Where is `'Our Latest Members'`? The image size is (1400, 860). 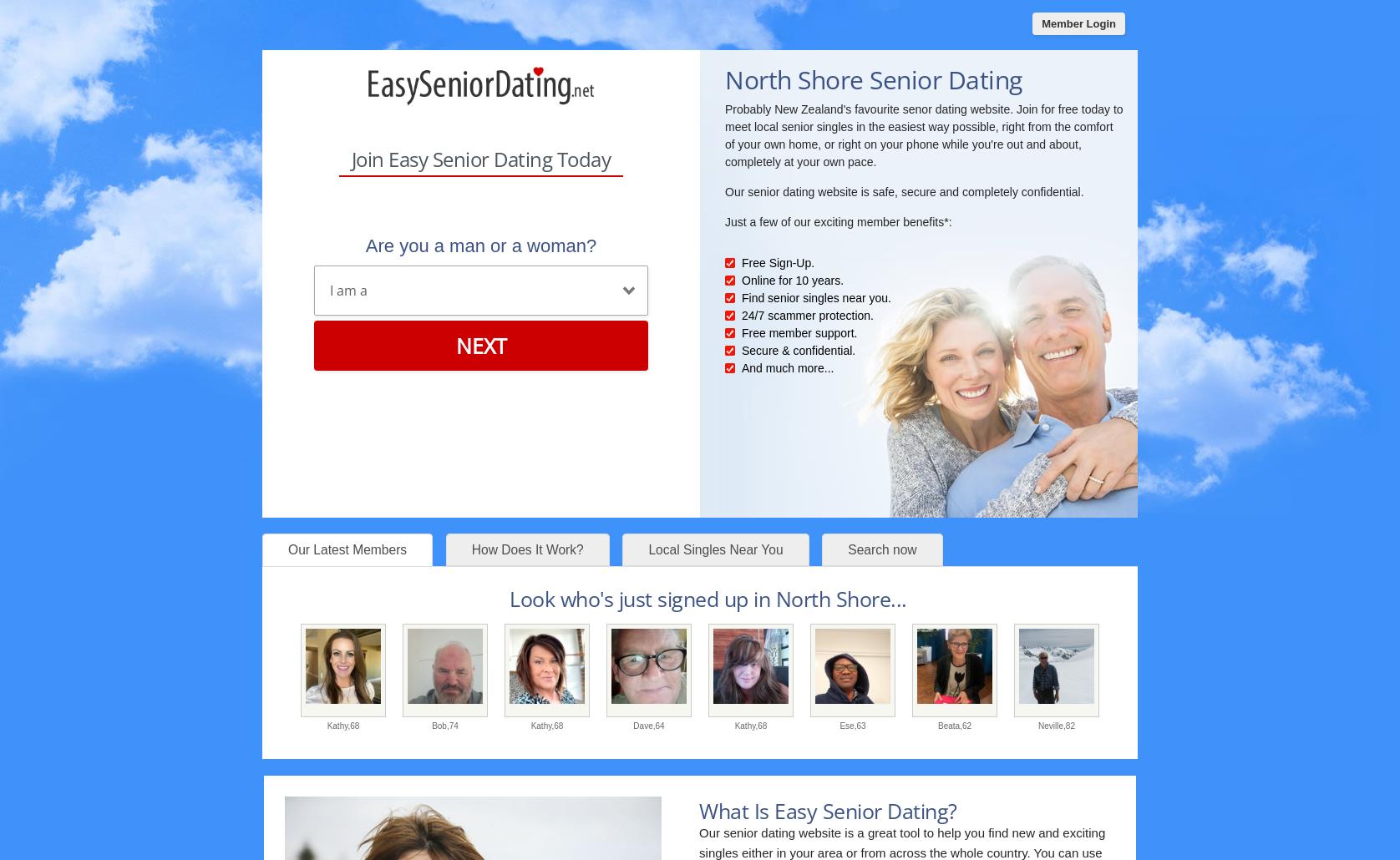 'Our Latest Members' is located at coordinates (346, 549).